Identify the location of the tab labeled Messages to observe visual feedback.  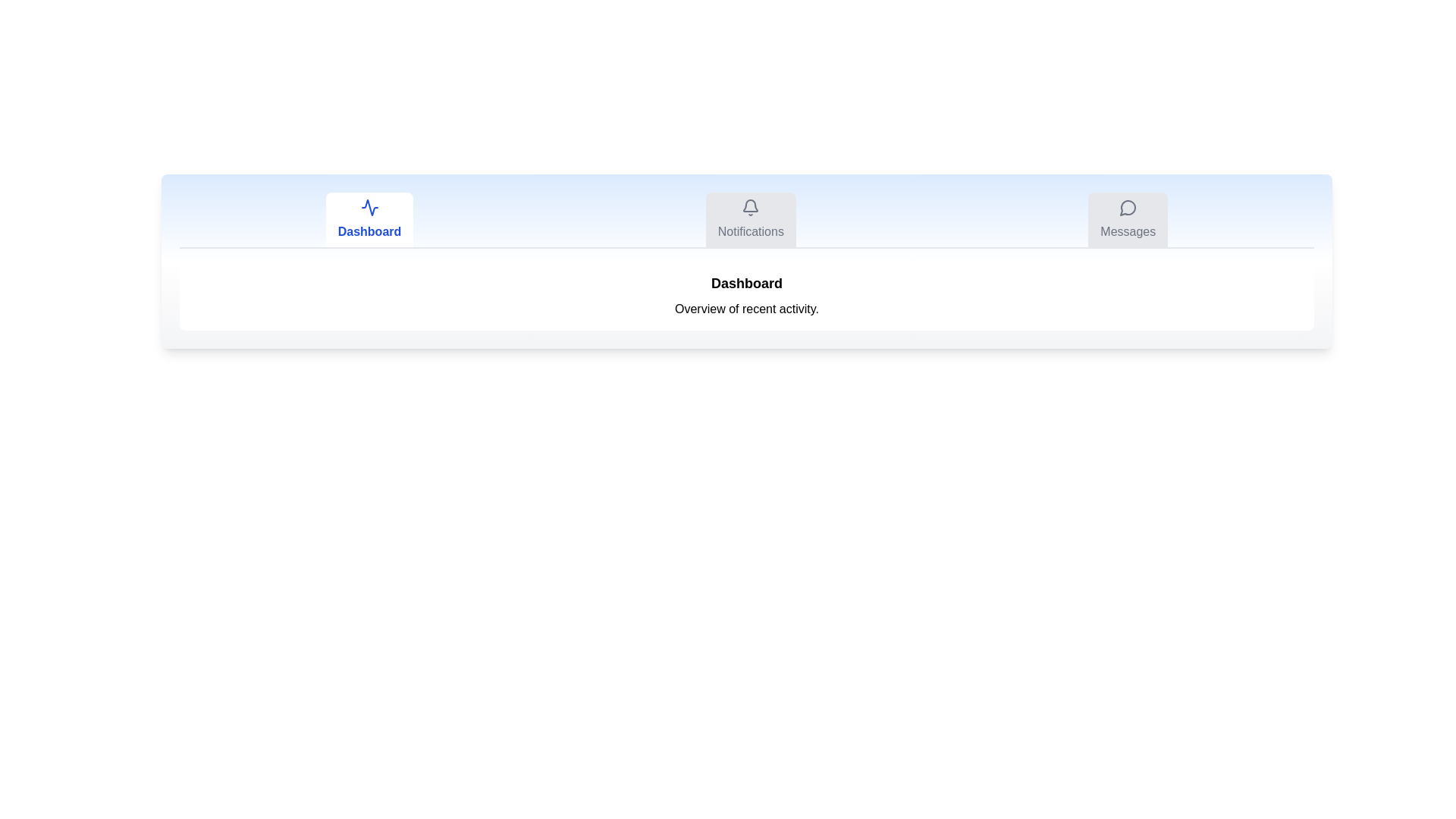
(1128, 219).